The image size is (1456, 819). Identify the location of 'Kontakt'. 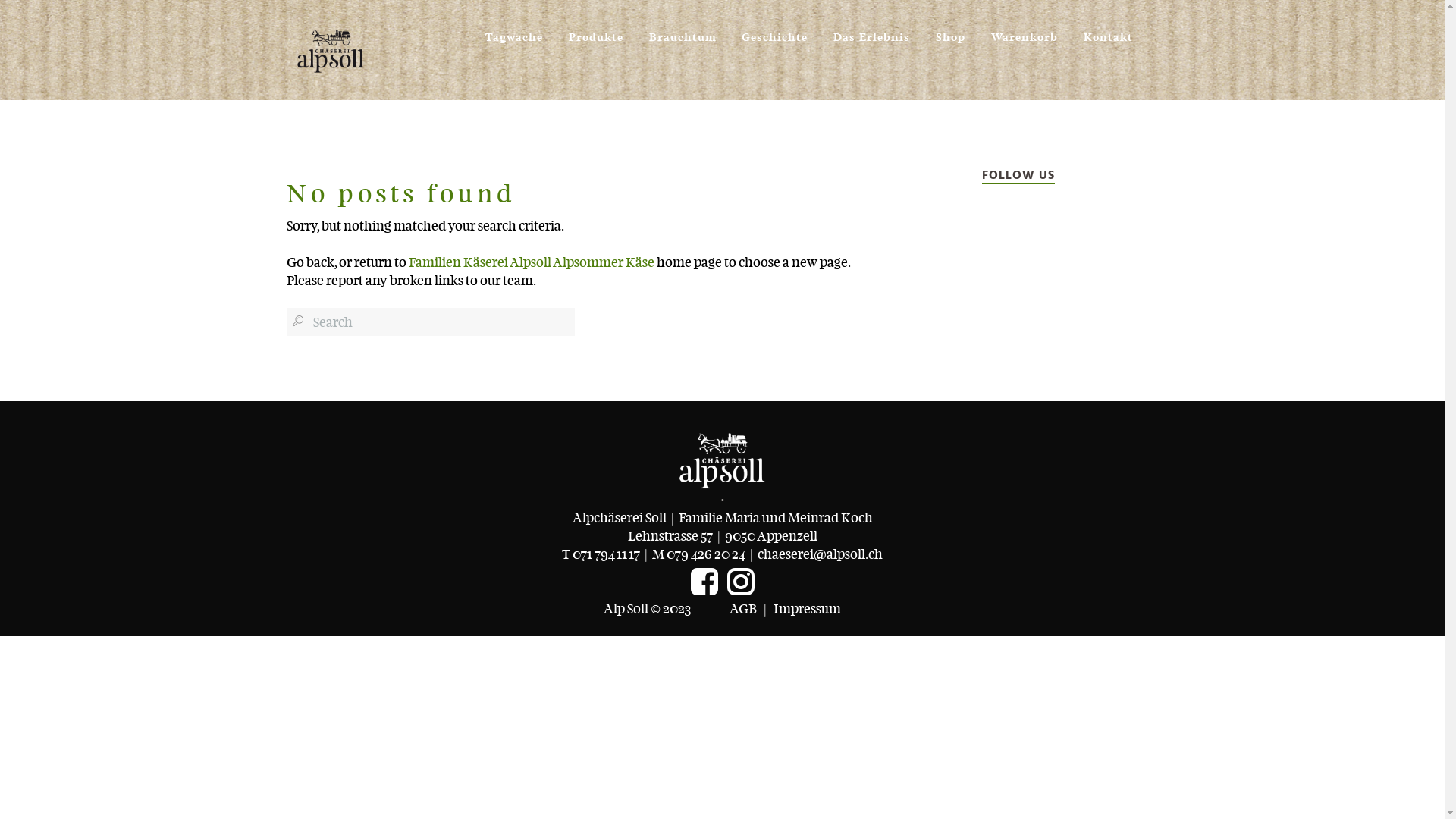
(1107, 30).